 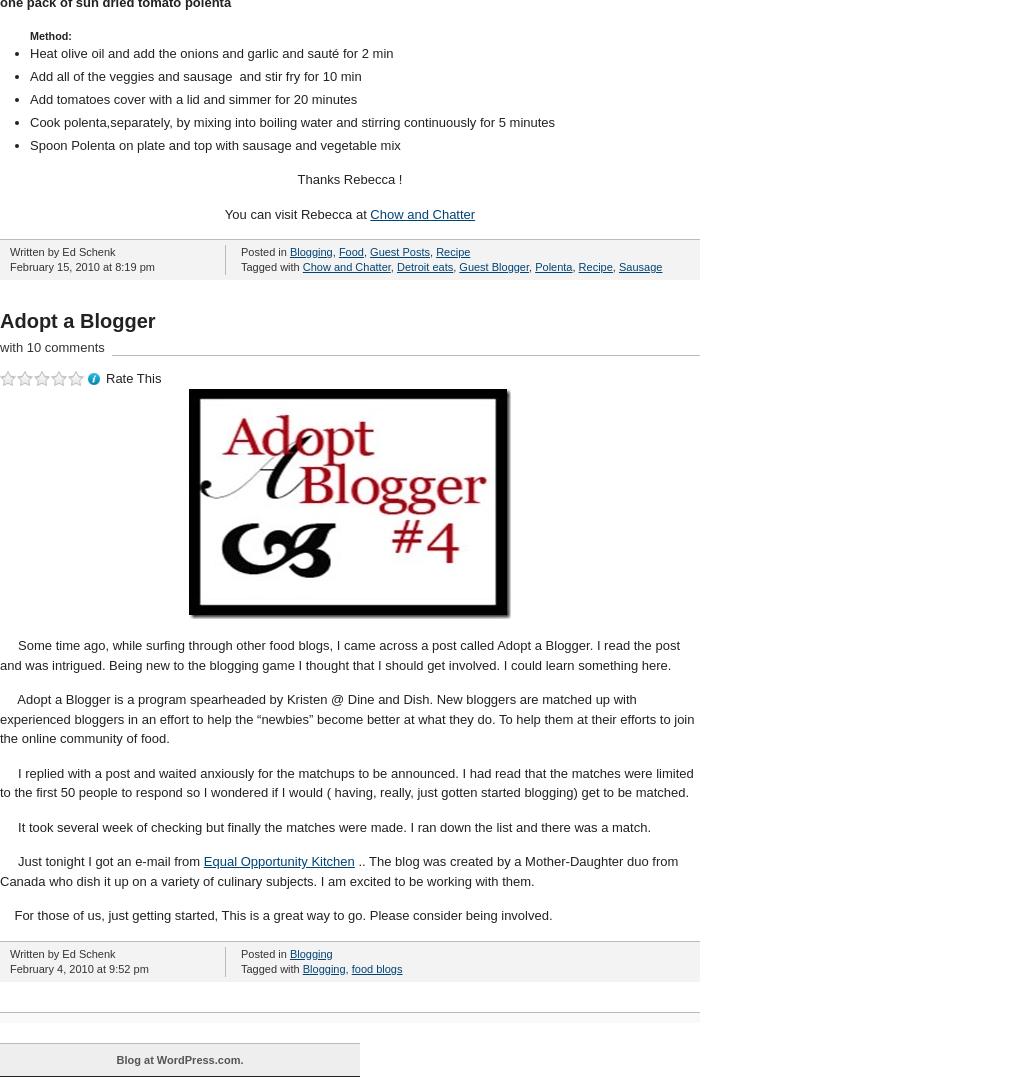 What do you see at coordinates (210, 53) in the screenshot?
I see `'Heat olive oil and add the onions and garlic and sauté for 2 min'` at bounding box center [210, 53].